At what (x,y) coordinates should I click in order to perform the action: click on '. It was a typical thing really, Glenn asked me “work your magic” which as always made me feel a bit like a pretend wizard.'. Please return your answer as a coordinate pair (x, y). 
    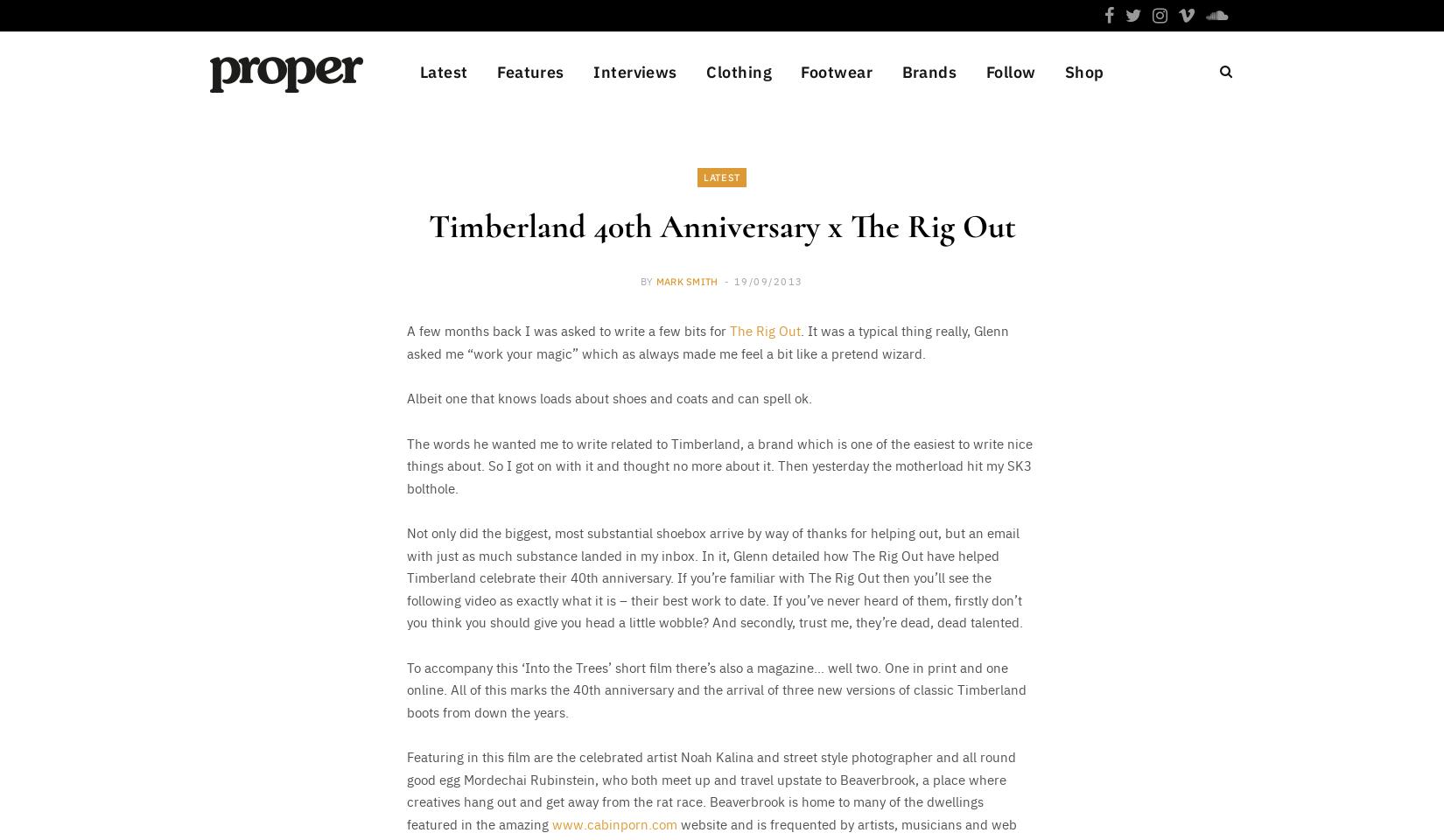
    Looking at the image, I should click on (706, 339).